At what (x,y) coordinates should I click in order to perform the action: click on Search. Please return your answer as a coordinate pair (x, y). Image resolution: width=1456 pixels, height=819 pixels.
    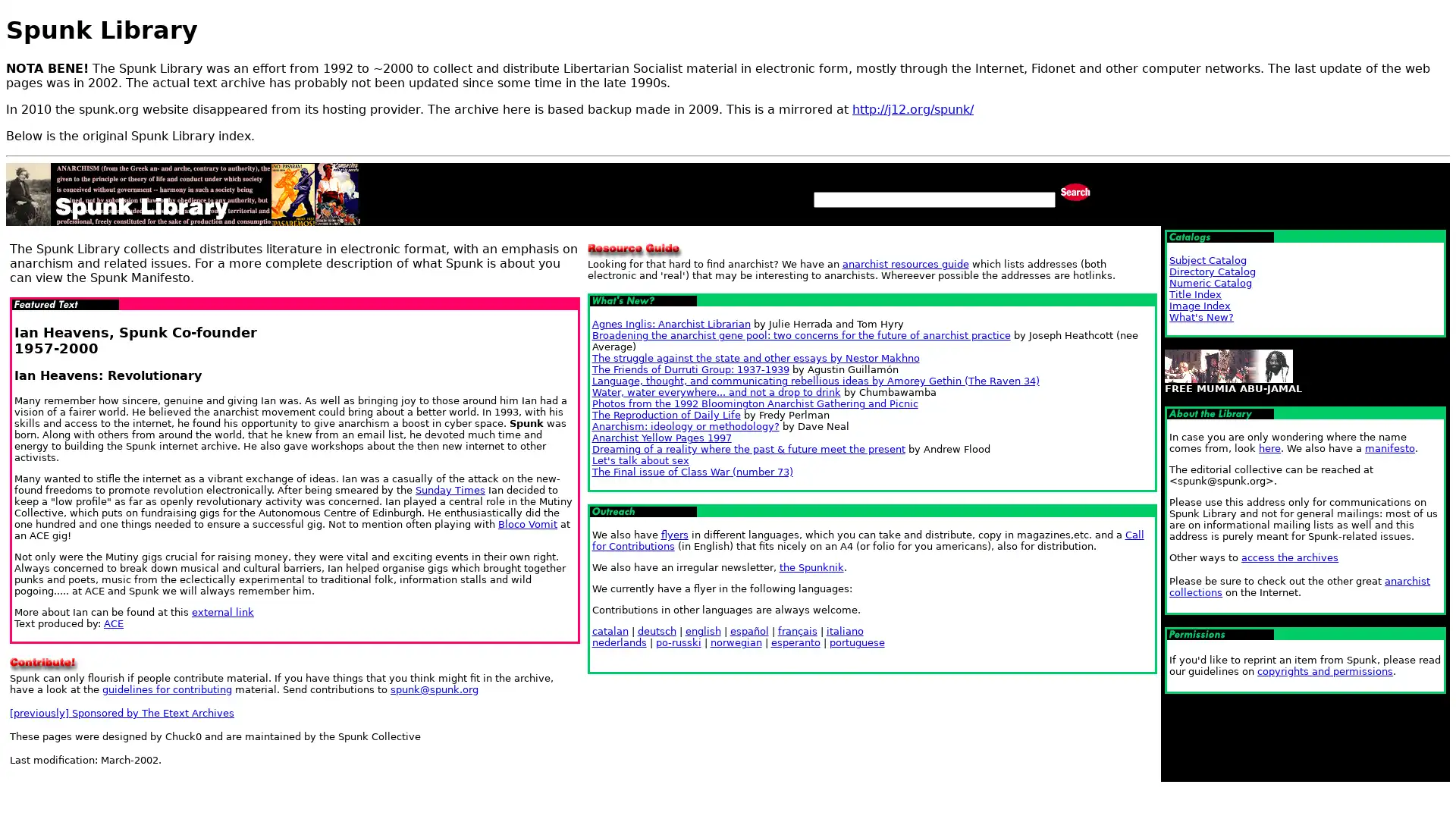
    Looking at the image, I should click on (1074, 190).